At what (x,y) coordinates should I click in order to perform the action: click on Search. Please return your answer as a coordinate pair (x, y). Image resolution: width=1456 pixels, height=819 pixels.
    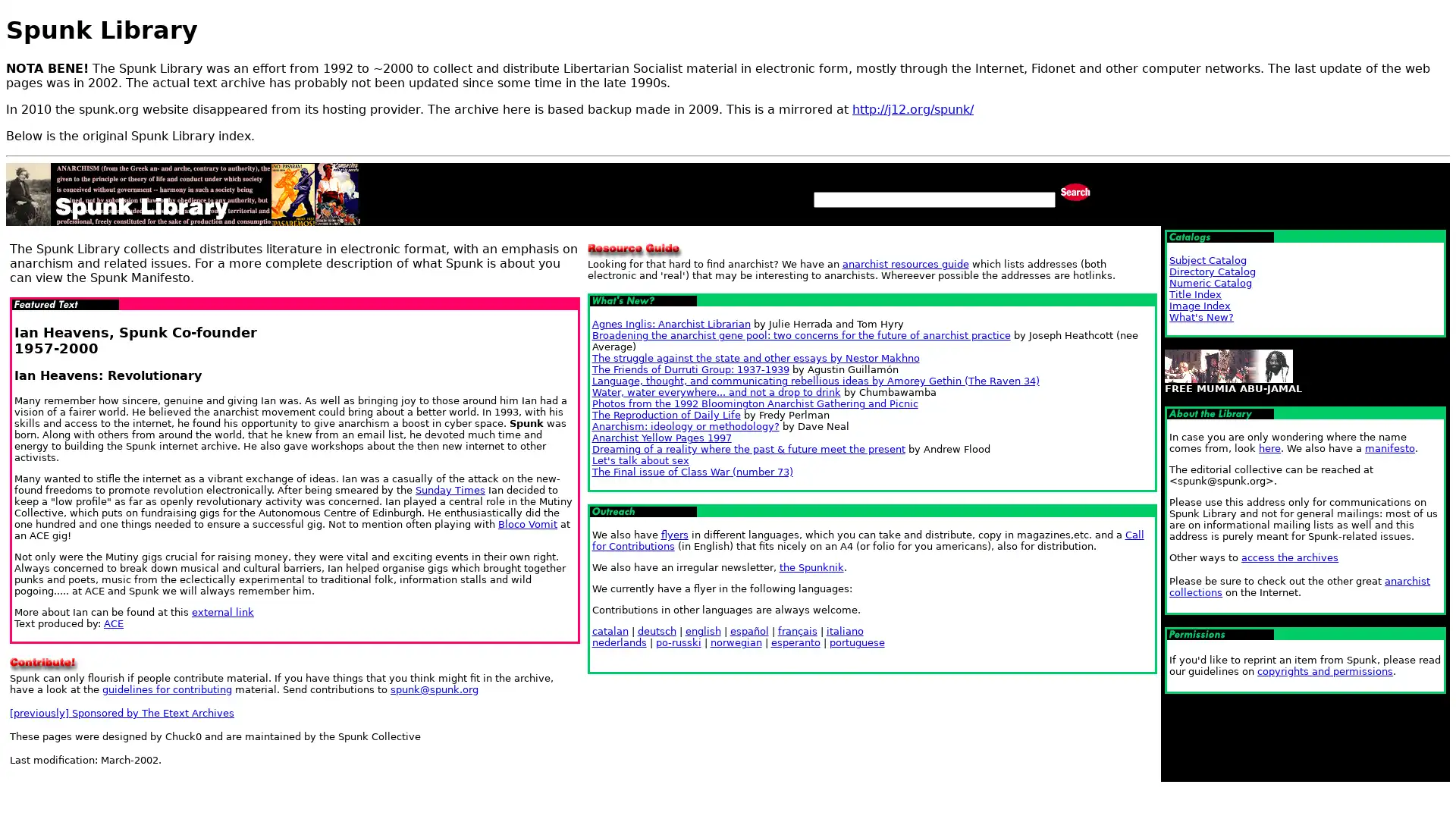
    Looking at the image, I should click on (1074, 190).